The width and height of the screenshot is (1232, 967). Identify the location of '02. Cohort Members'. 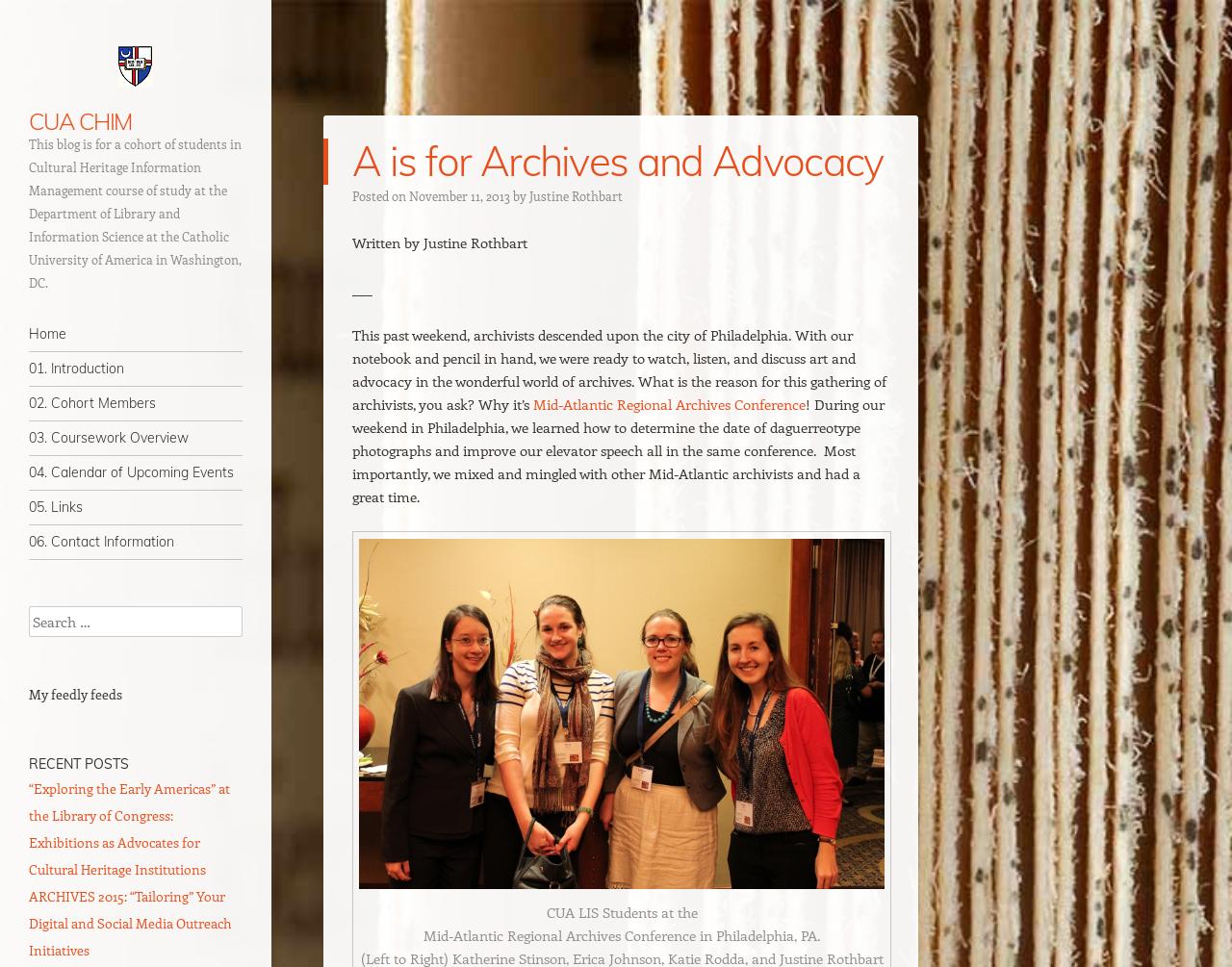
(91, 402).